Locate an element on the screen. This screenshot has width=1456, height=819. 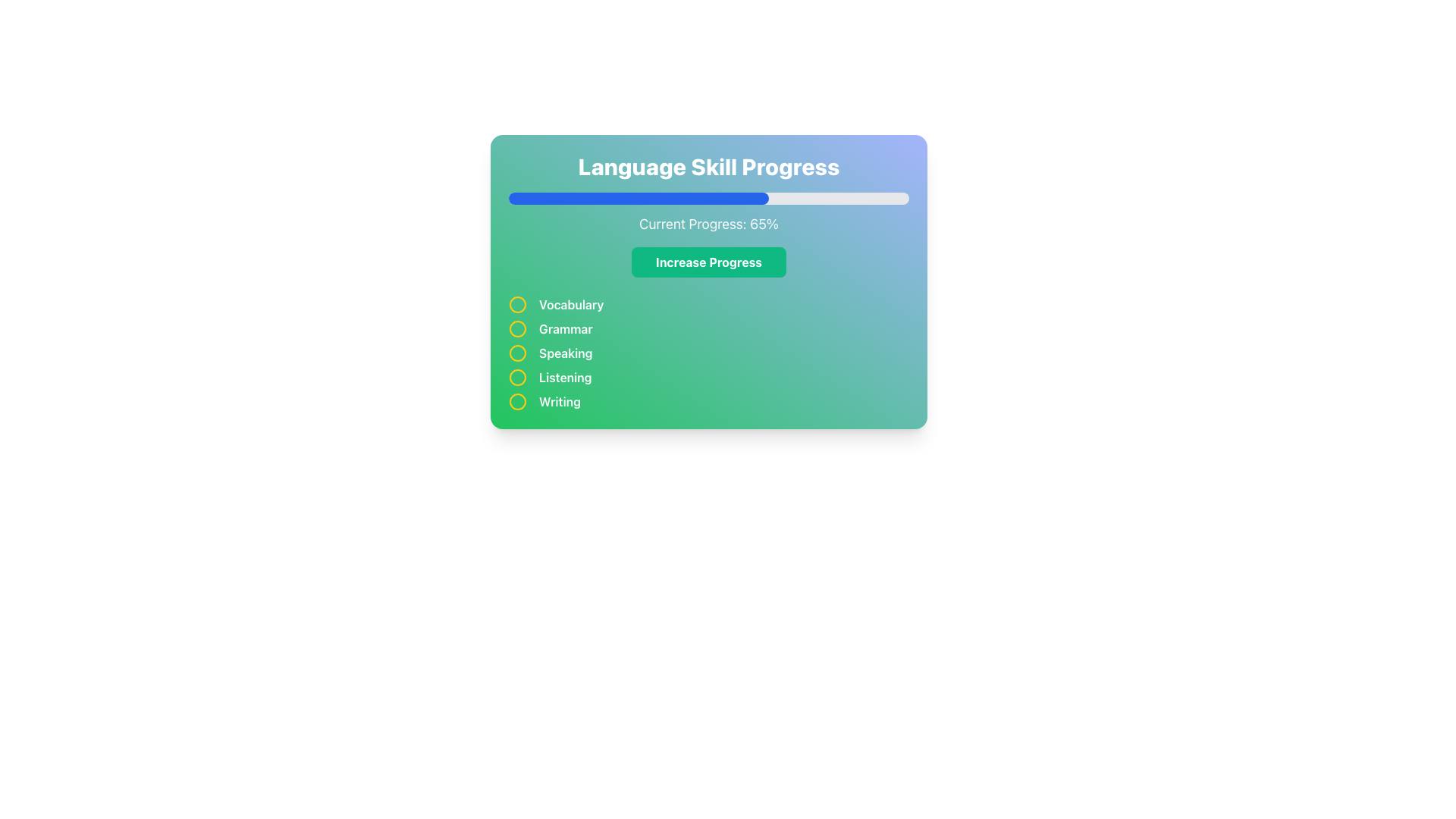
the button that increases the progress value of the related activity or skill set, located directly underneath the text 'Current Progress: 65%' is located at coordinates (708, 262).